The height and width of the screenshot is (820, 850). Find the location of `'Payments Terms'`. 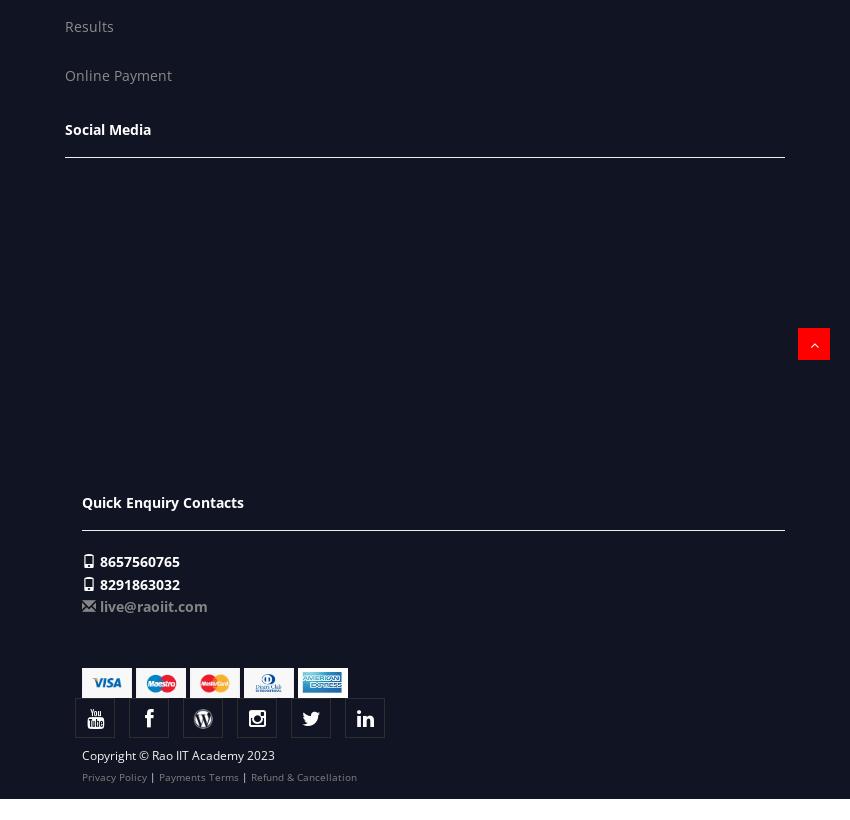

'Payments Terms' is located at coordinates (197, 777).